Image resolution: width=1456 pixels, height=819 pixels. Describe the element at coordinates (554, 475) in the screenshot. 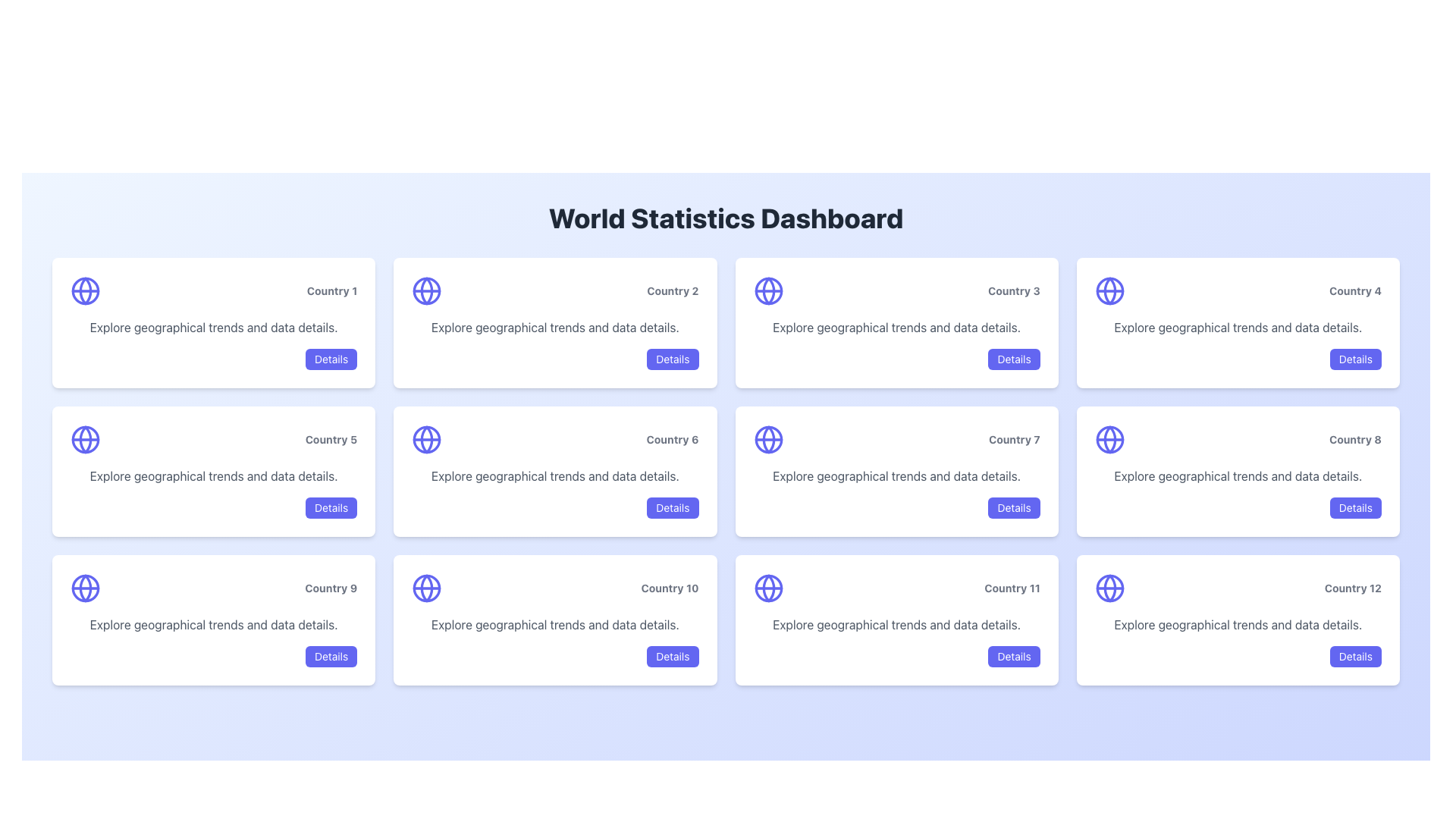

I see `the static text element that displays 'Explore geographical trends and data details.' located in the second row of the dashboard under the label 'Country 6'` at that location.